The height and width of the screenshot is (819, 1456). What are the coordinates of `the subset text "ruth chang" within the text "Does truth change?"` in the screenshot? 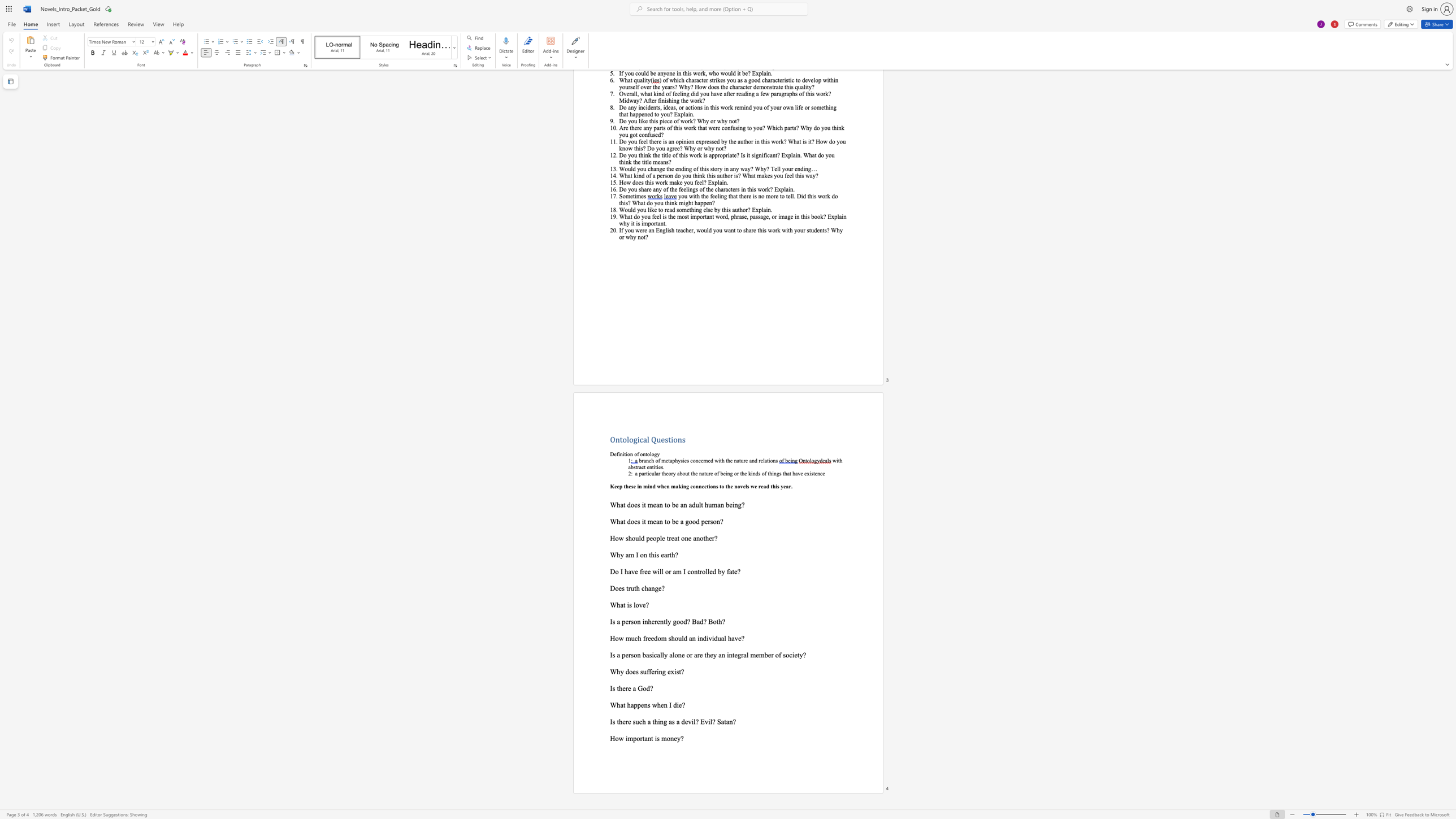 It's located at (628, 588).